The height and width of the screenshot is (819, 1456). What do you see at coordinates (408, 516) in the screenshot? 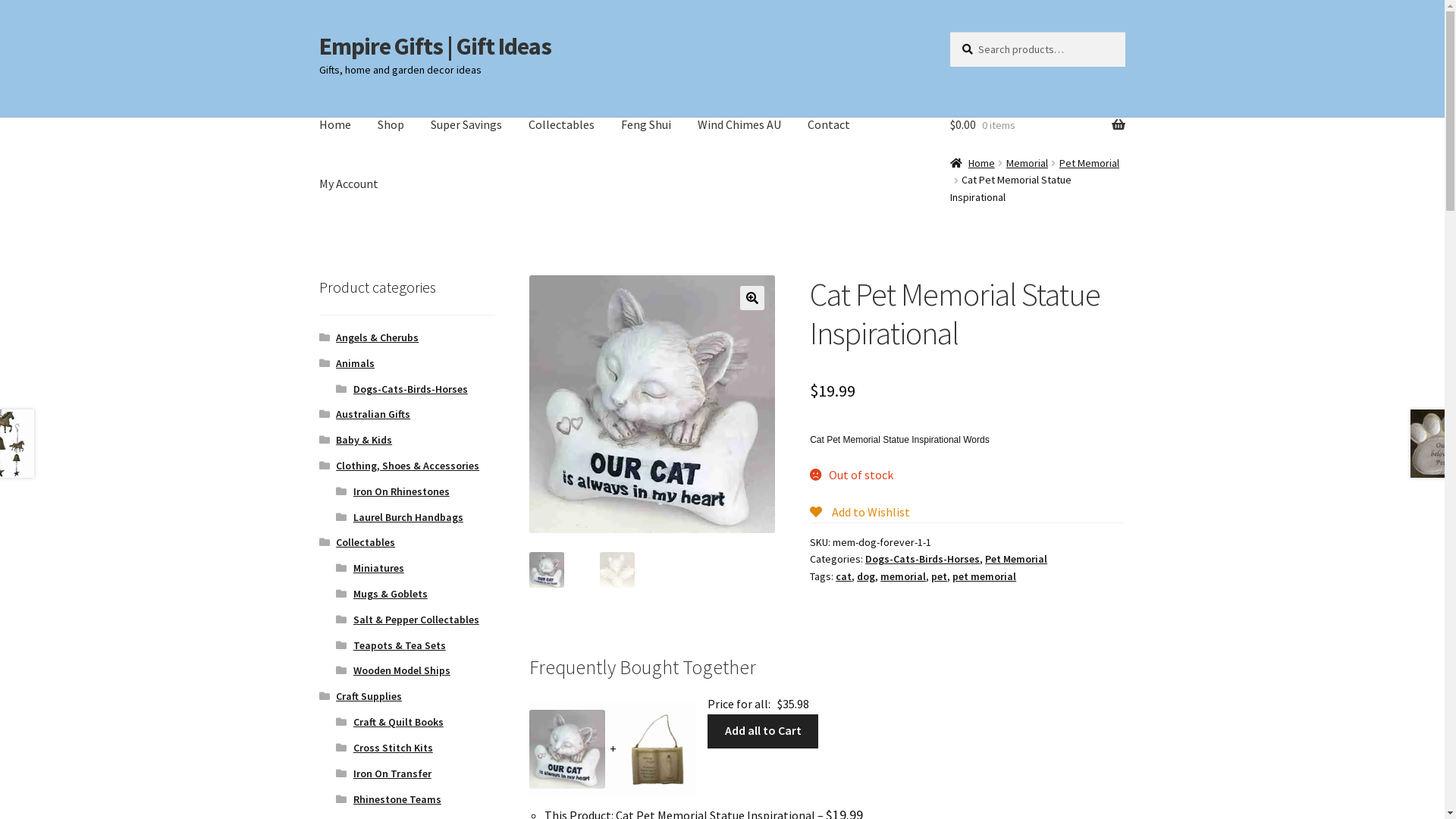
I see `'Laurel Burch Handbags'` at bounding box center [408, 516].